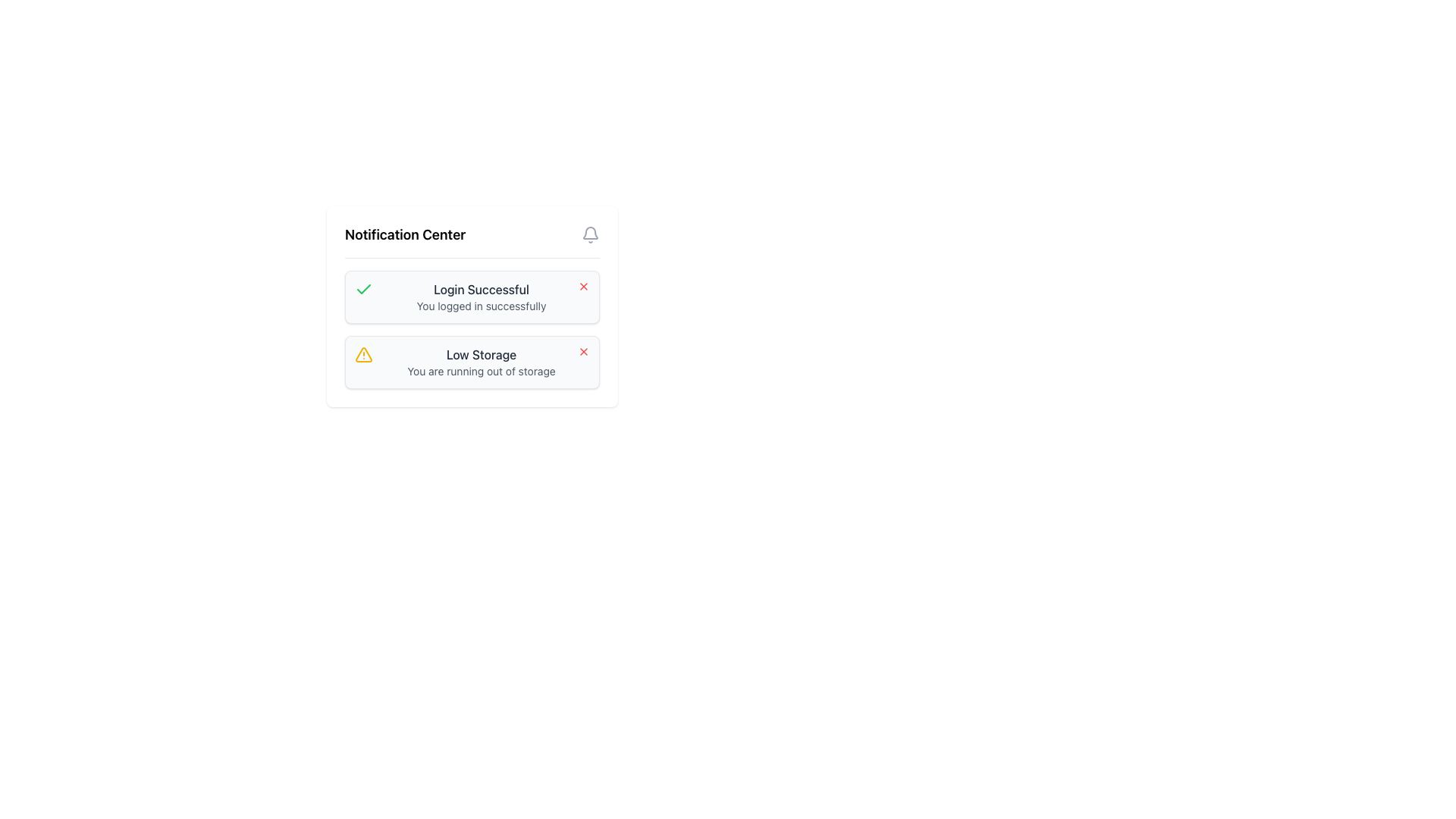 This screenshot has width=1456, height=819. Describe the element at coordinates (480, 362) in the screenshot. I see `the second notification entry in the Notification Center that informs users about low storage, positioned below the 'Login Successful' notification` at that location.